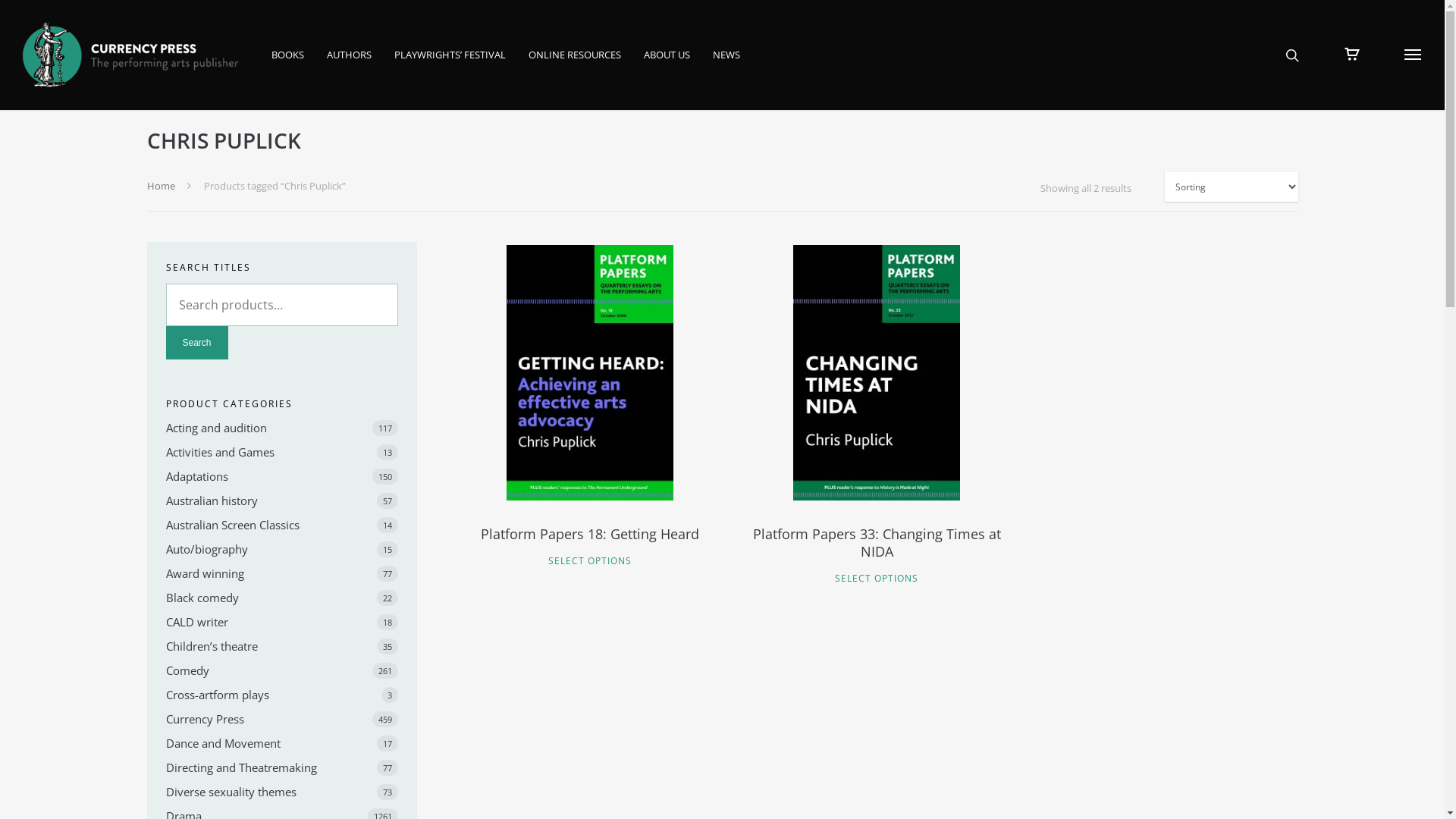 This screenshot has width=1456, height=819. I want to click on 'CALD writer', so click(165, 622).